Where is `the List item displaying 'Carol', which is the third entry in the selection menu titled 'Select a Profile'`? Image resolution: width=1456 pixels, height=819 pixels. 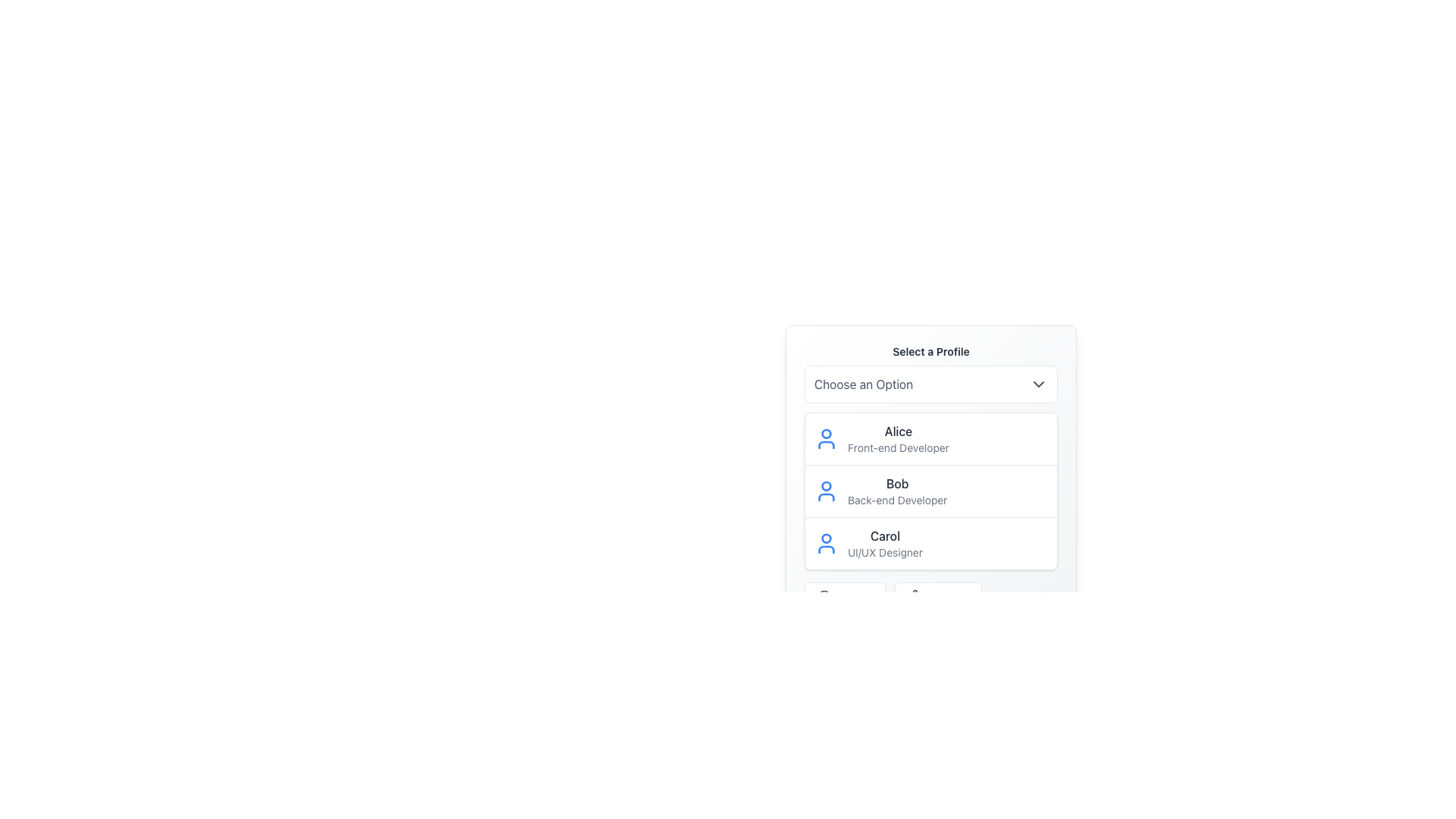
the List item displaying 'Carol', which is the third entry in the selection menu titled 'Select a Profile' is located at coordinates (930, 542).